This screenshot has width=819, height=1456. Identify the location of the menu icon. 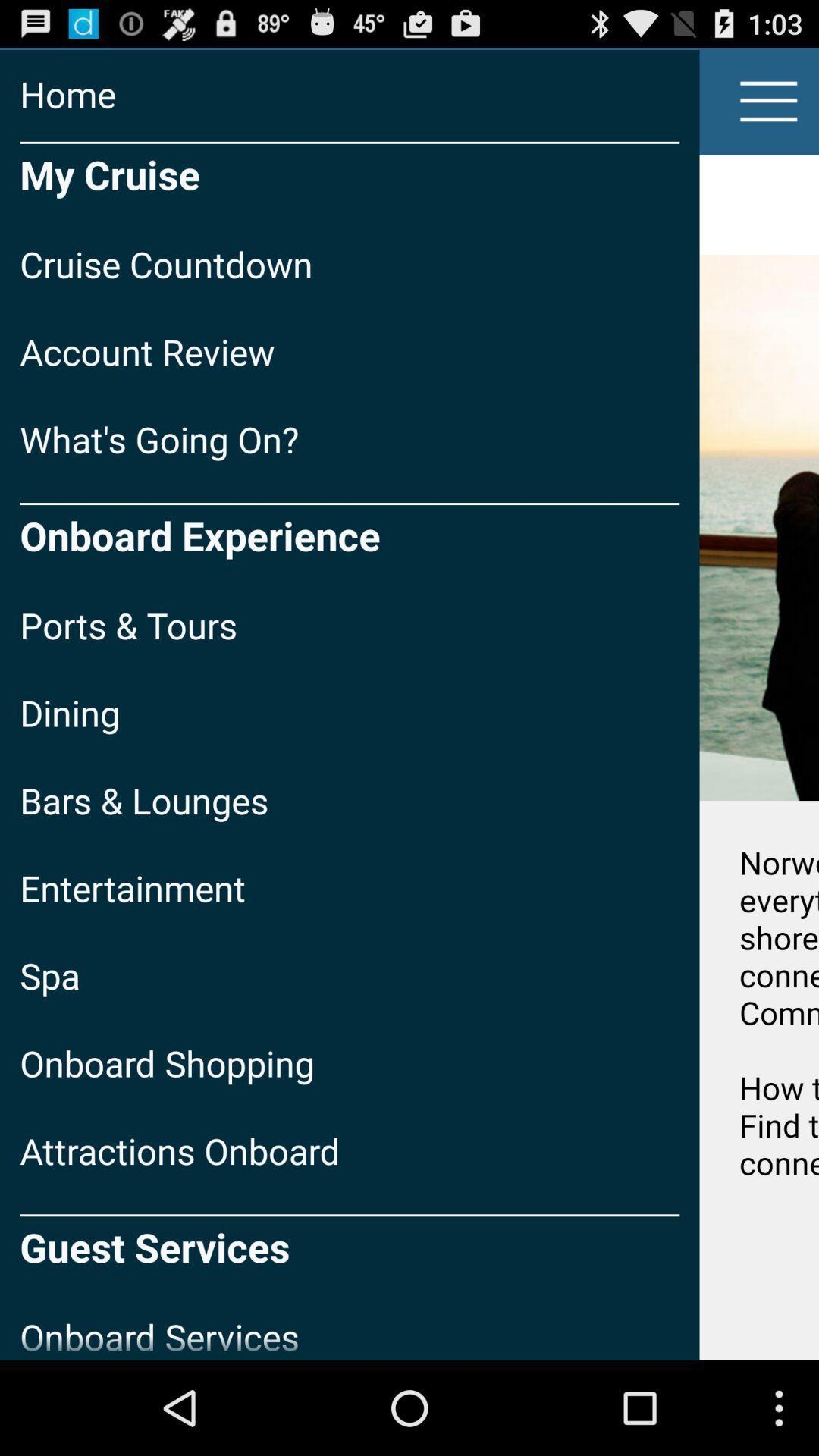
(769, 108).